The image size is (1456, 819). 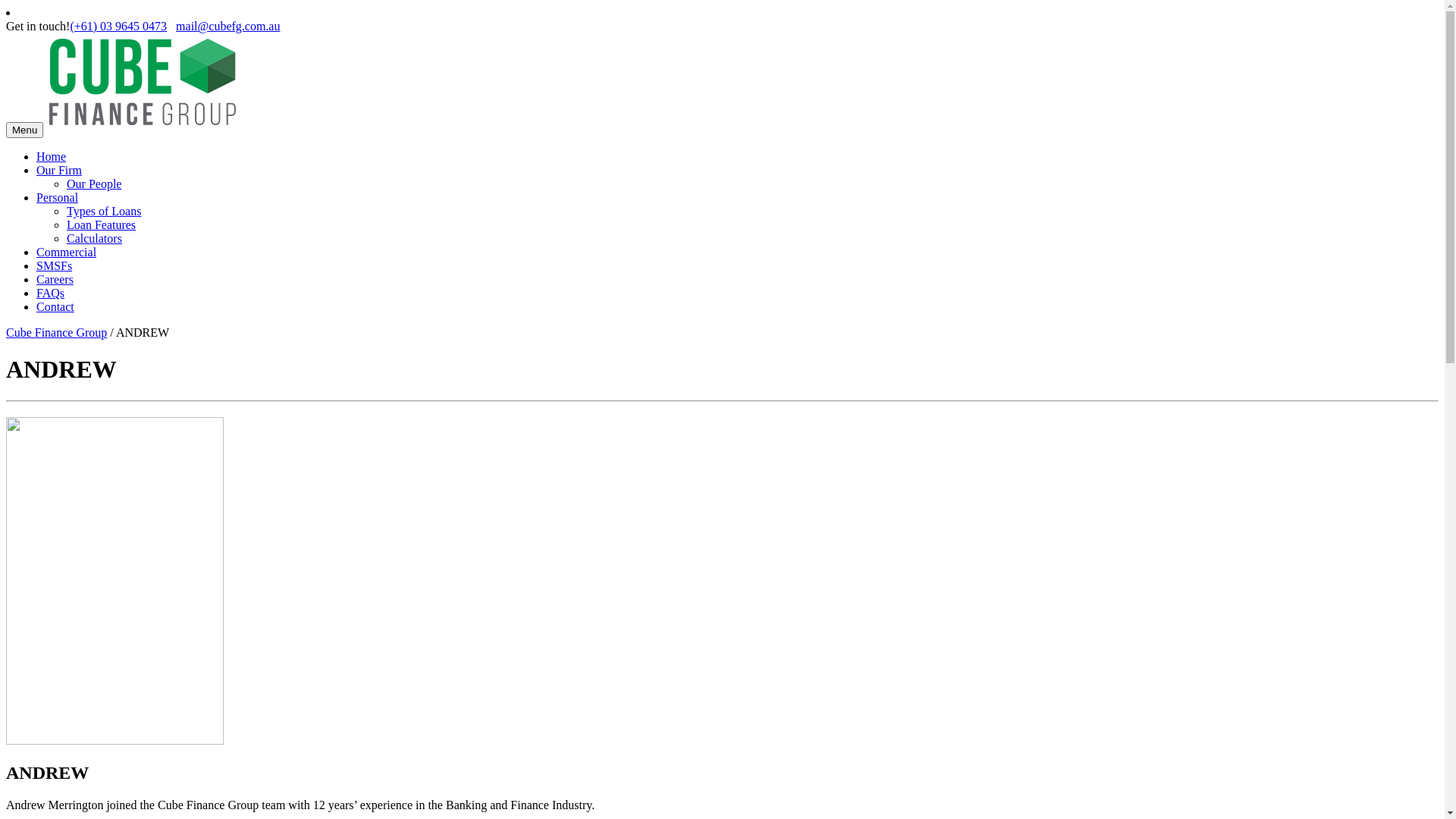 I want to click on 'Loan Features', so click(x=100, y=224).